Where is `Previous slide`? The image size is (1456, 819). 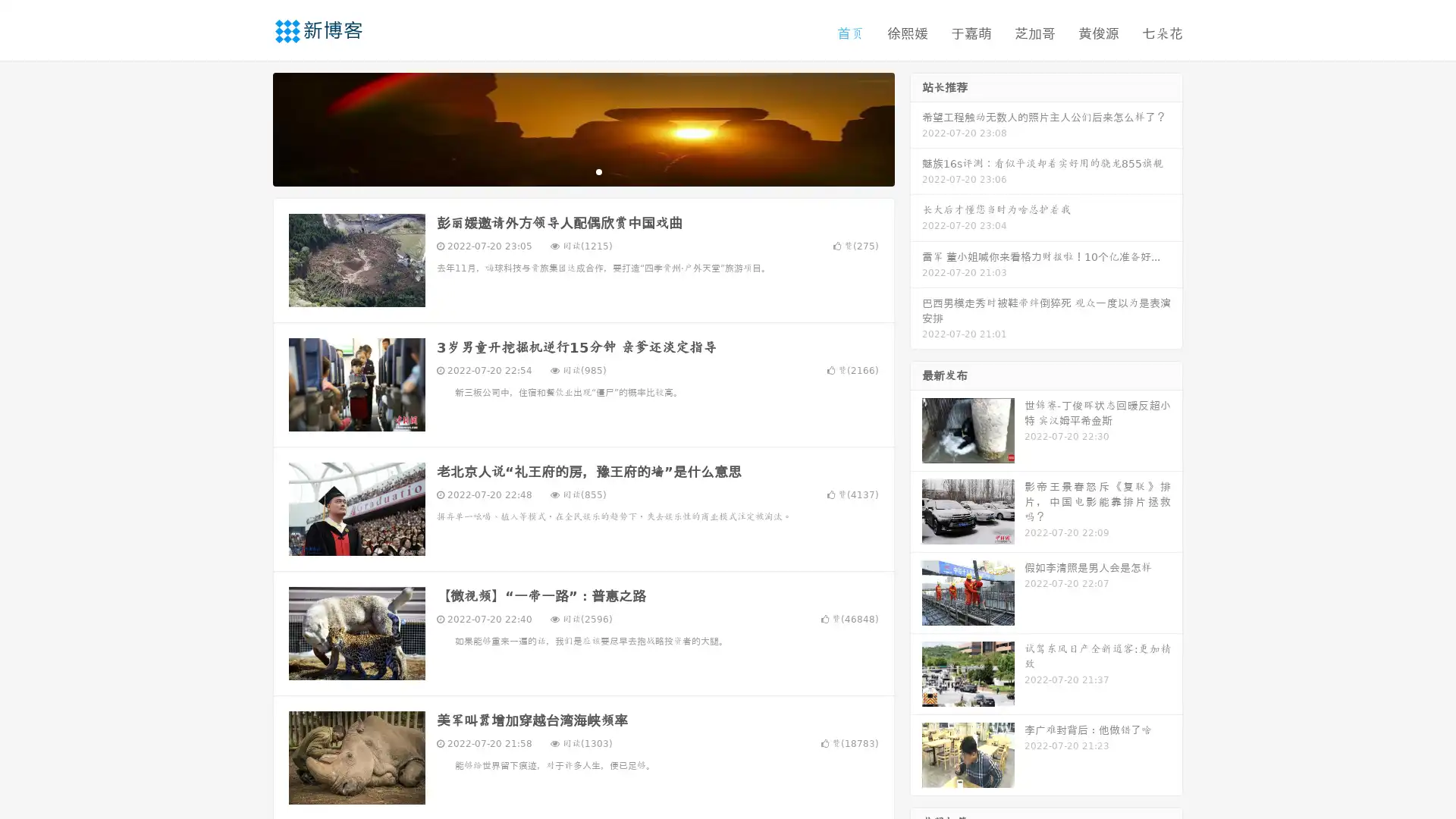 Previous slide is located at coordinates (250, 127).